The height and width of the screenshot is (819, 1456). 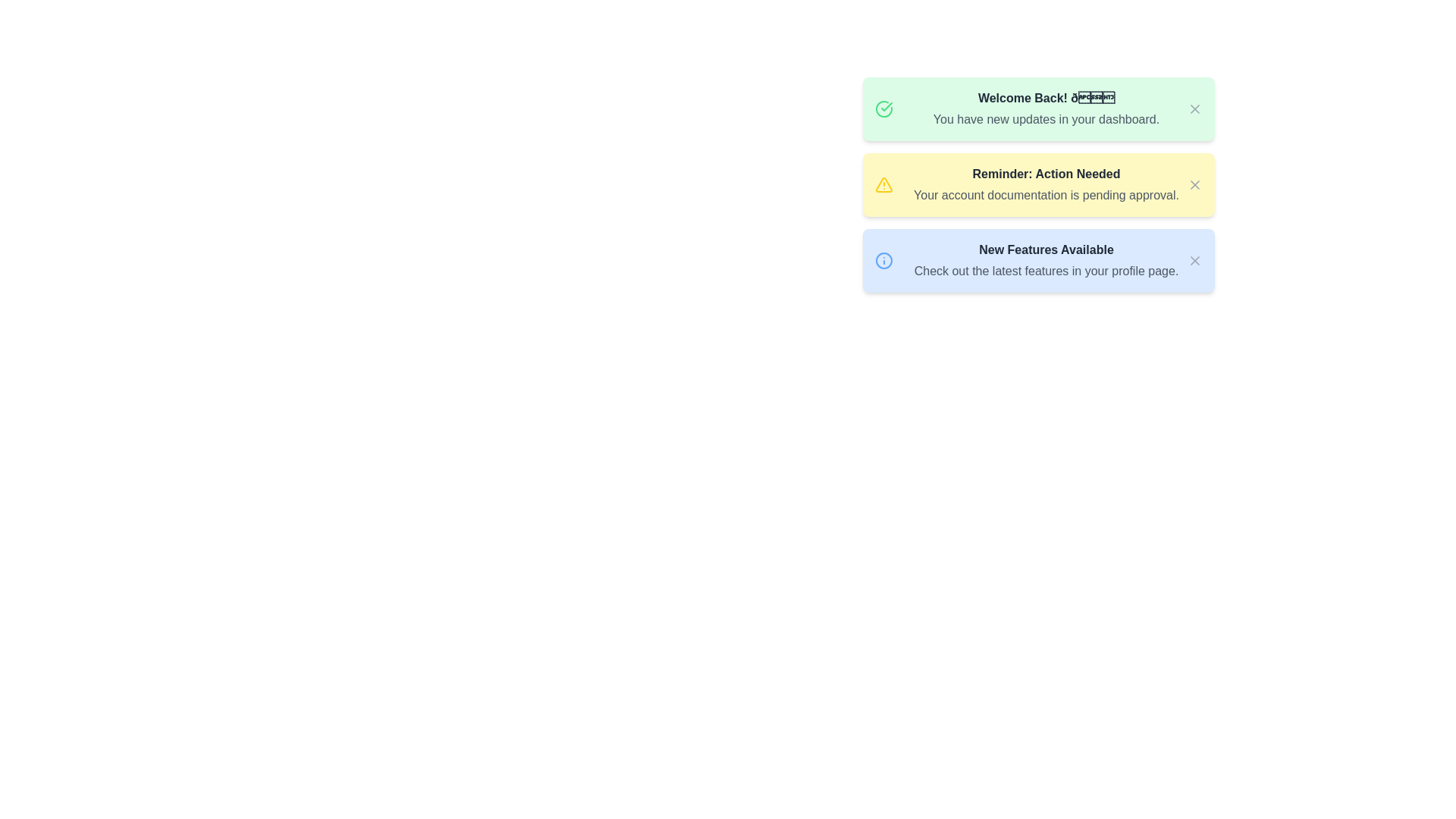 What do you see at coordinates (884, 259) in the screenshot?
I see `the icon located within the notification card on the left side of the text content, which signifies that the notification contains additional information` at bounding box center [884, 259].